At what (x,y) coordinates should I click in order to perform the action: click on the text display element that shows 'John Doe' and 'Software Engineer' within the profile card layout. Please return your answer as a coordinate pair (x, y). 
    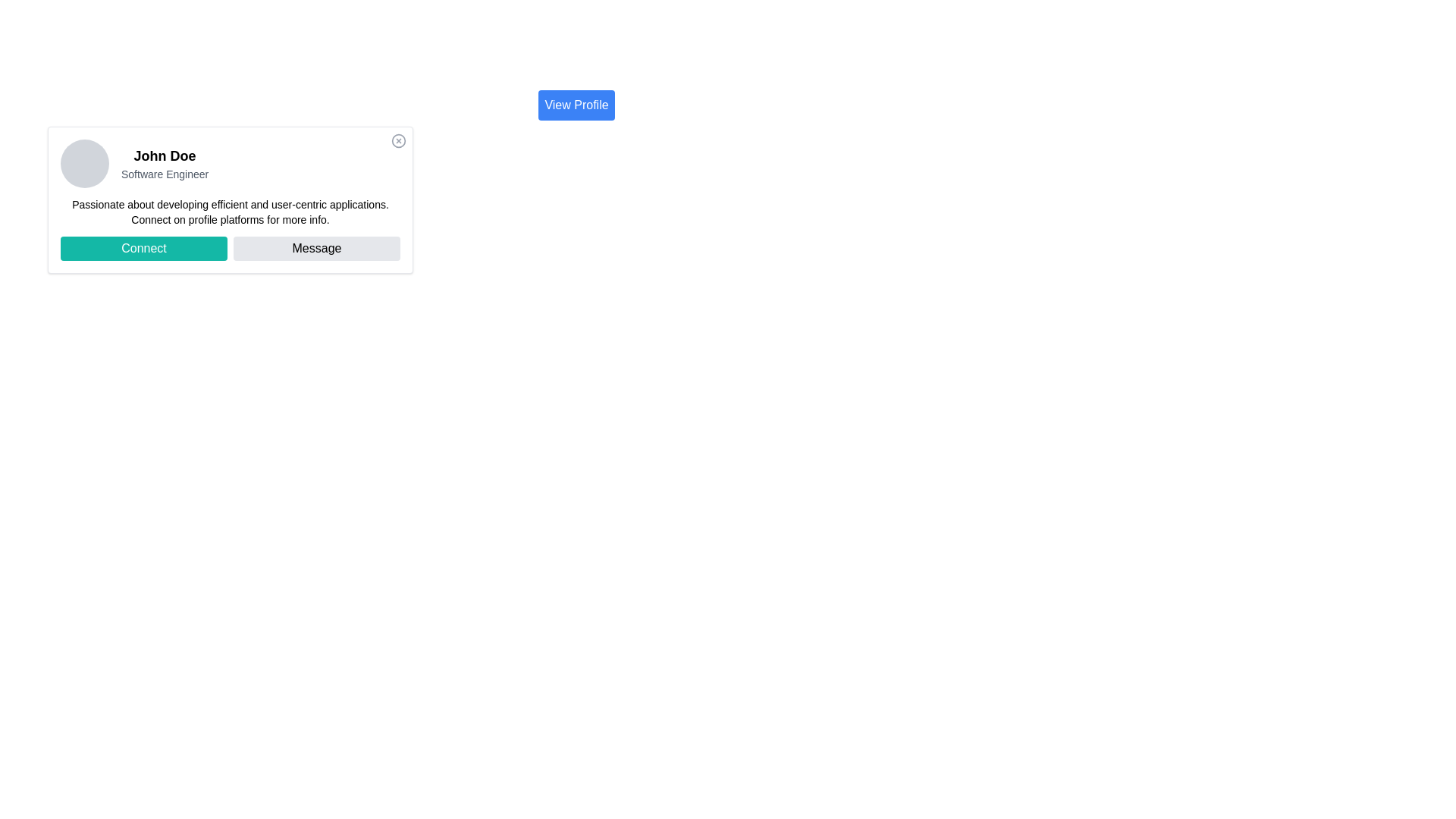
    Looking at the image, I should click on (165, 164).